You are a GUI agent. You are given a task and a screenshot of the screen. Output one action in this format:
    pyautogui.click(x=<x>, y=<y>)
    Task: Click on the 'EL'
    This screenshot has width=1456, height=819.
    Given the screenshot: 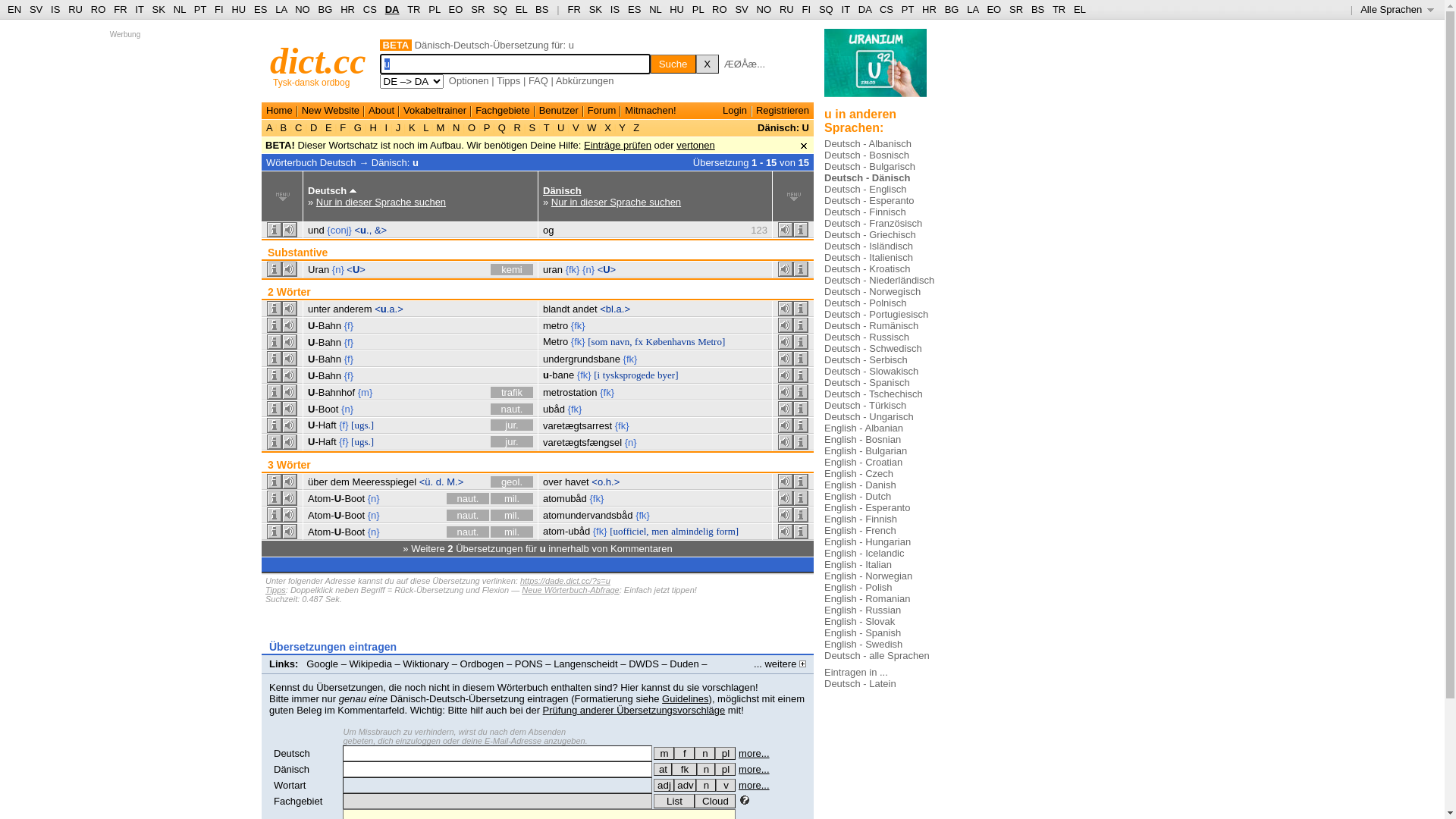 What is the action you would take?
    pyautogui.click(x=521, y=9)
    